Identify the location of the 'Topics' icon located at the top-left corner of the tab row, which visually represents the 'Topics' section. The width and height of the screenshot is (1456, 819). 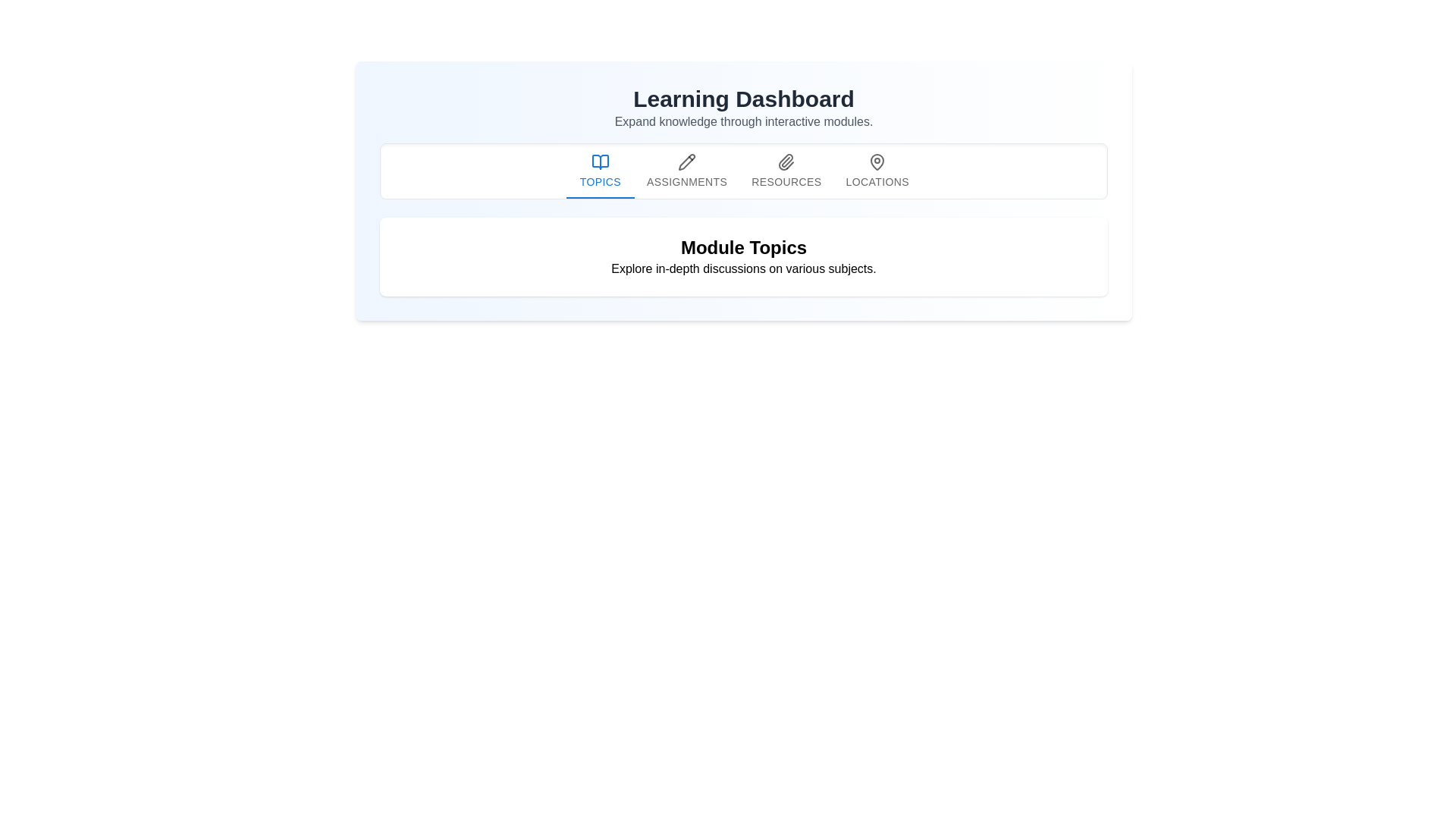
(600, 162).